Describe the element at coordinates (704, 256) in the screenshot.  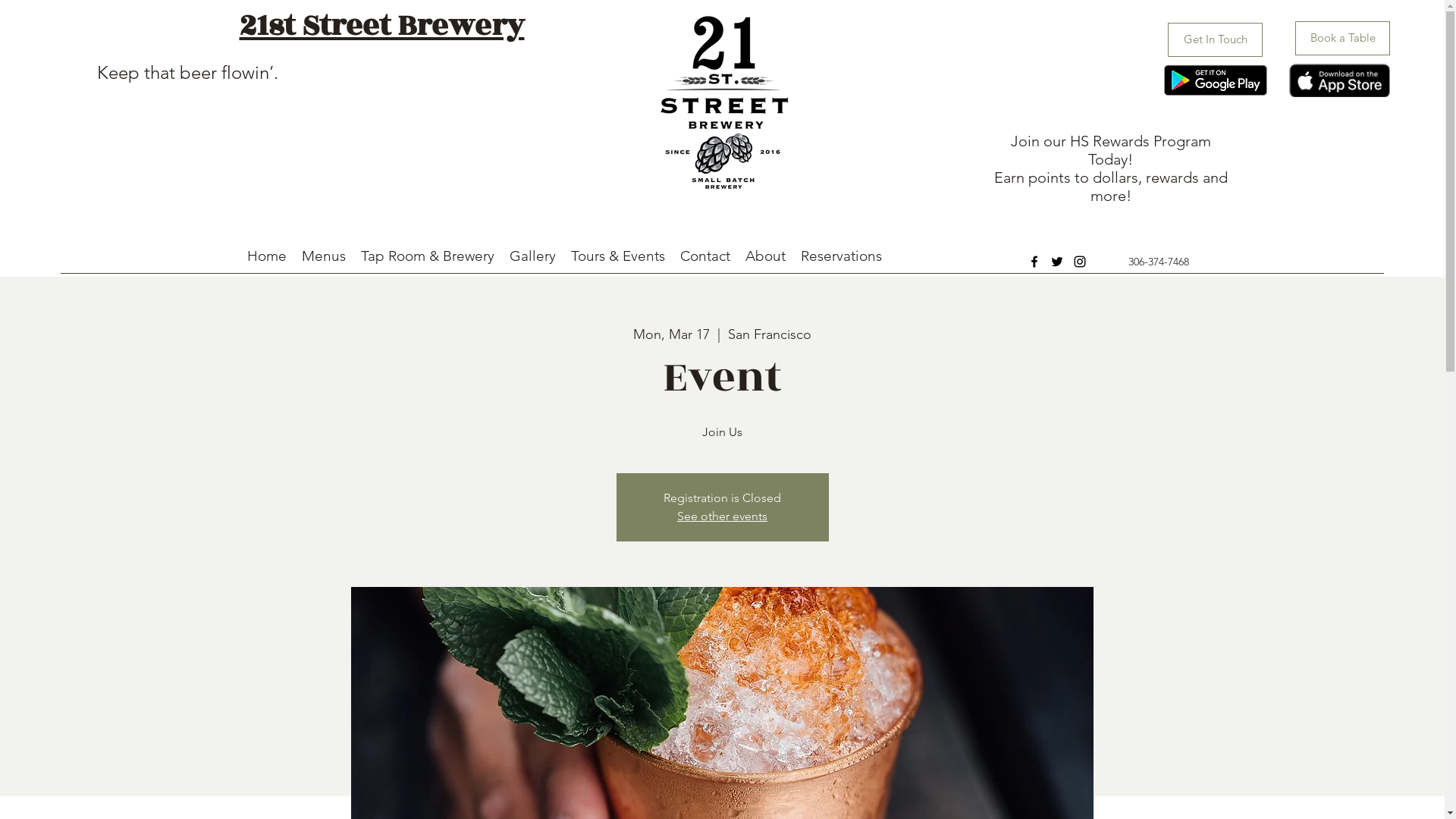
I see `'Contact'` at that location.